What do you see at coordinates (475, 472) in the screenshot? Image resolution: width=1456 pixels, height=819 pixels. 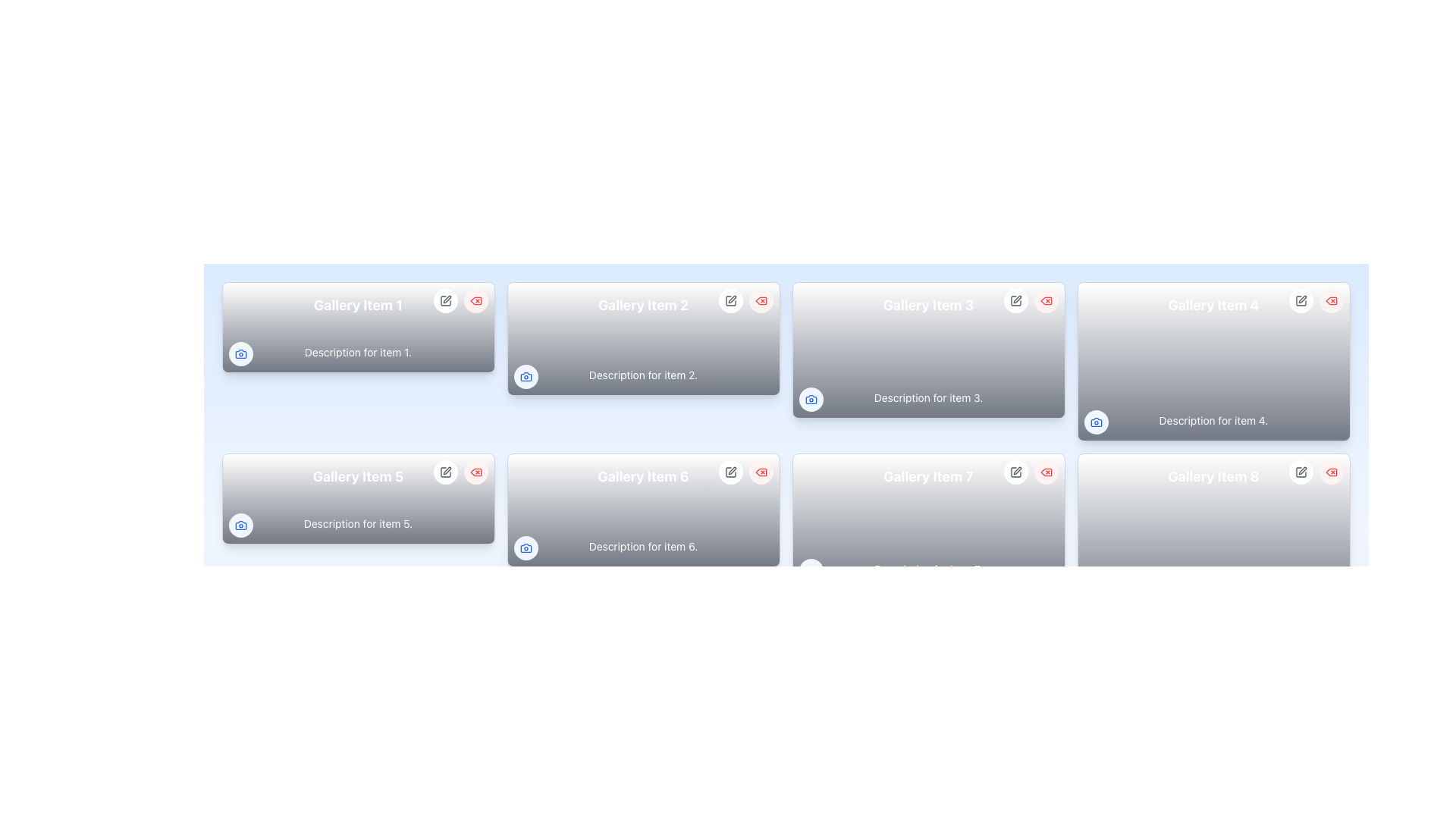 I see `the delete button located in the top-right corner of the card labeled 'Gallery Item 5' to trigger the tooltip or hover effect` at bounding box center [475, 472].